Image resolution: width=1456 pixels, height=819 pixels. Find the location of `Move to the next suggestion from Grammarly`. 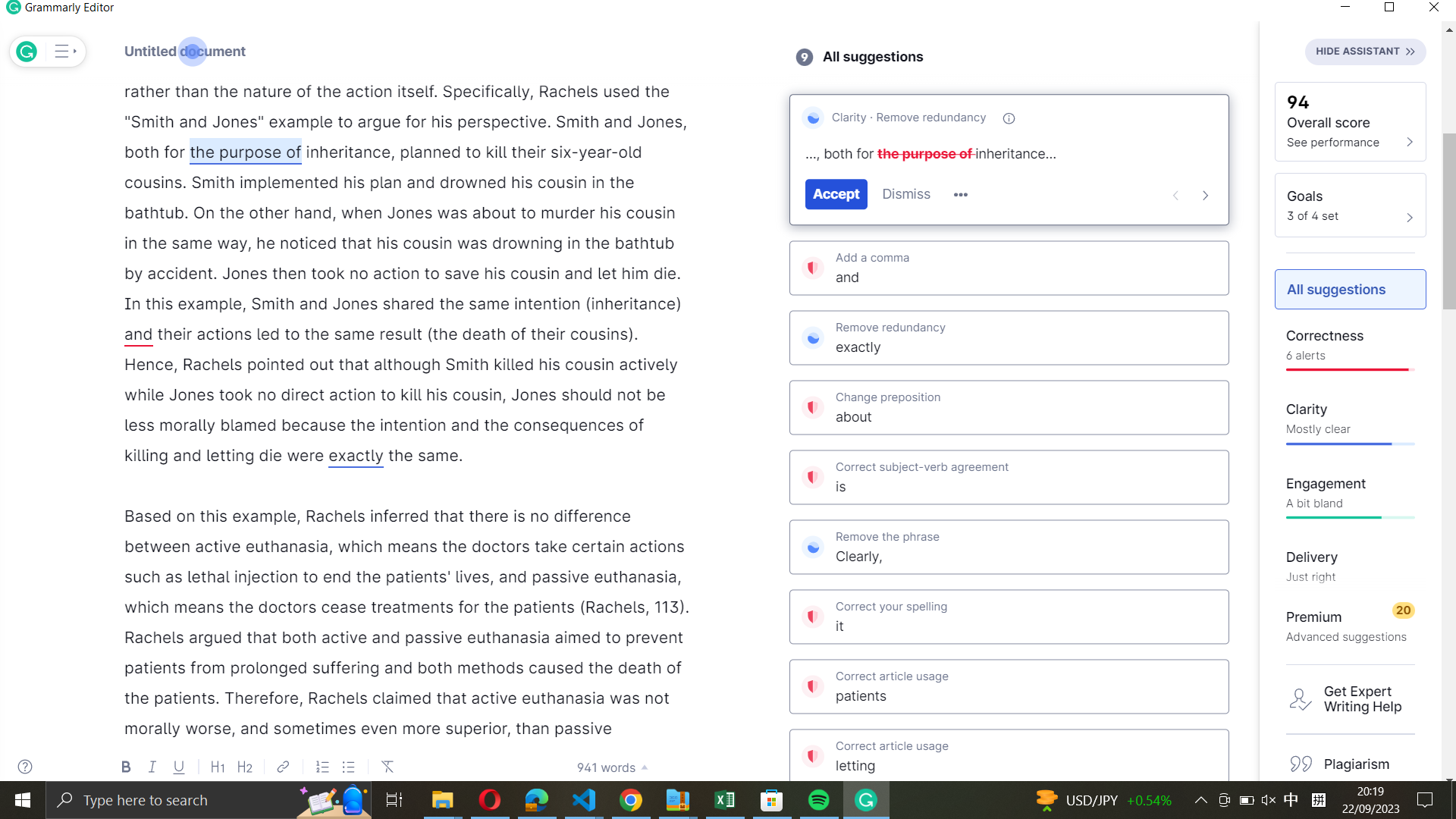

Move to the next suggestion from Grammarly is located at coordinates (1205, 193).